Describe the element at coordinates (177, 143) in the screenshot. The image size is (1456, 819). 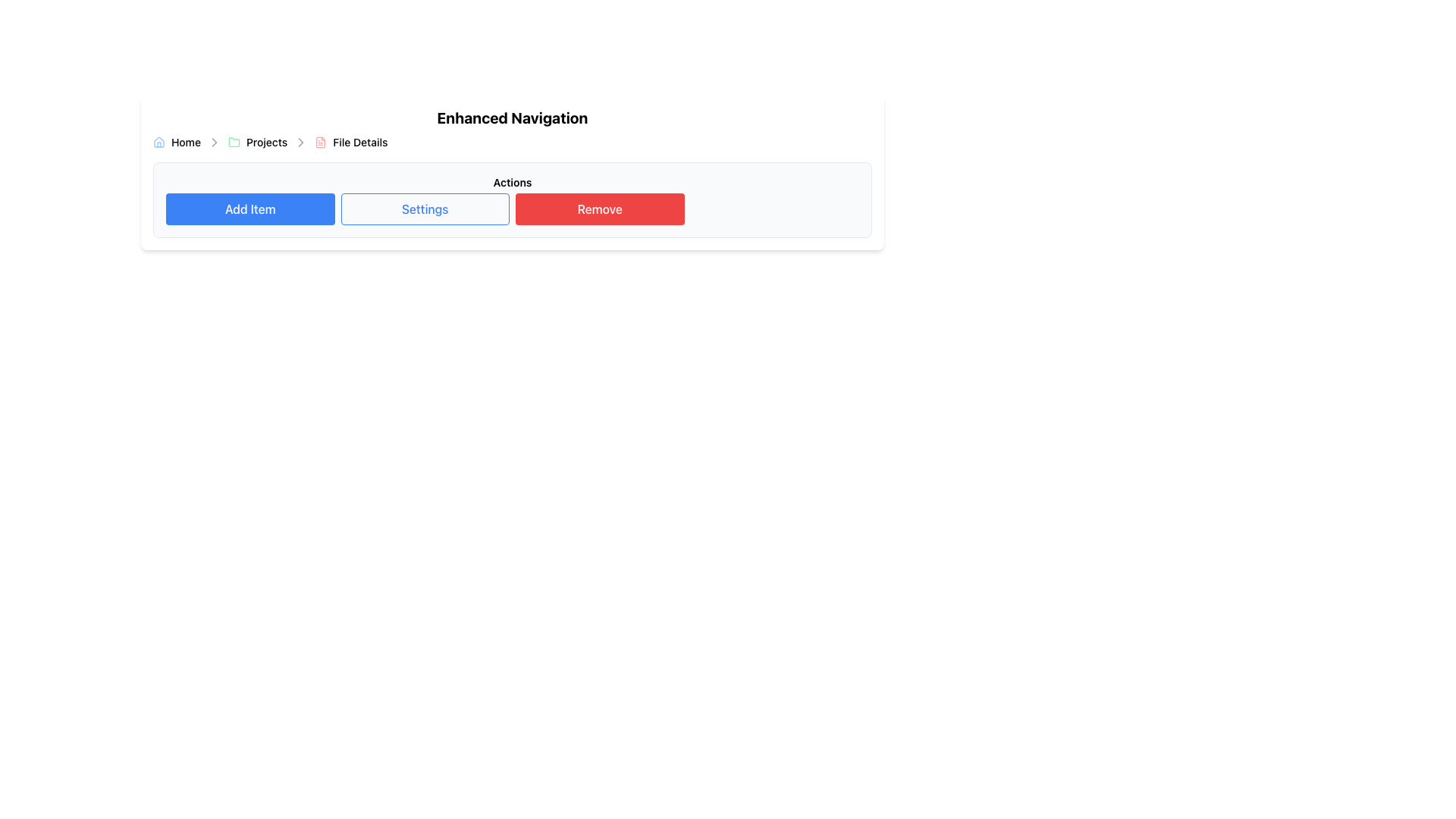
I see `the Breadcrumb Navigation Item at the top of the interface` at that location.